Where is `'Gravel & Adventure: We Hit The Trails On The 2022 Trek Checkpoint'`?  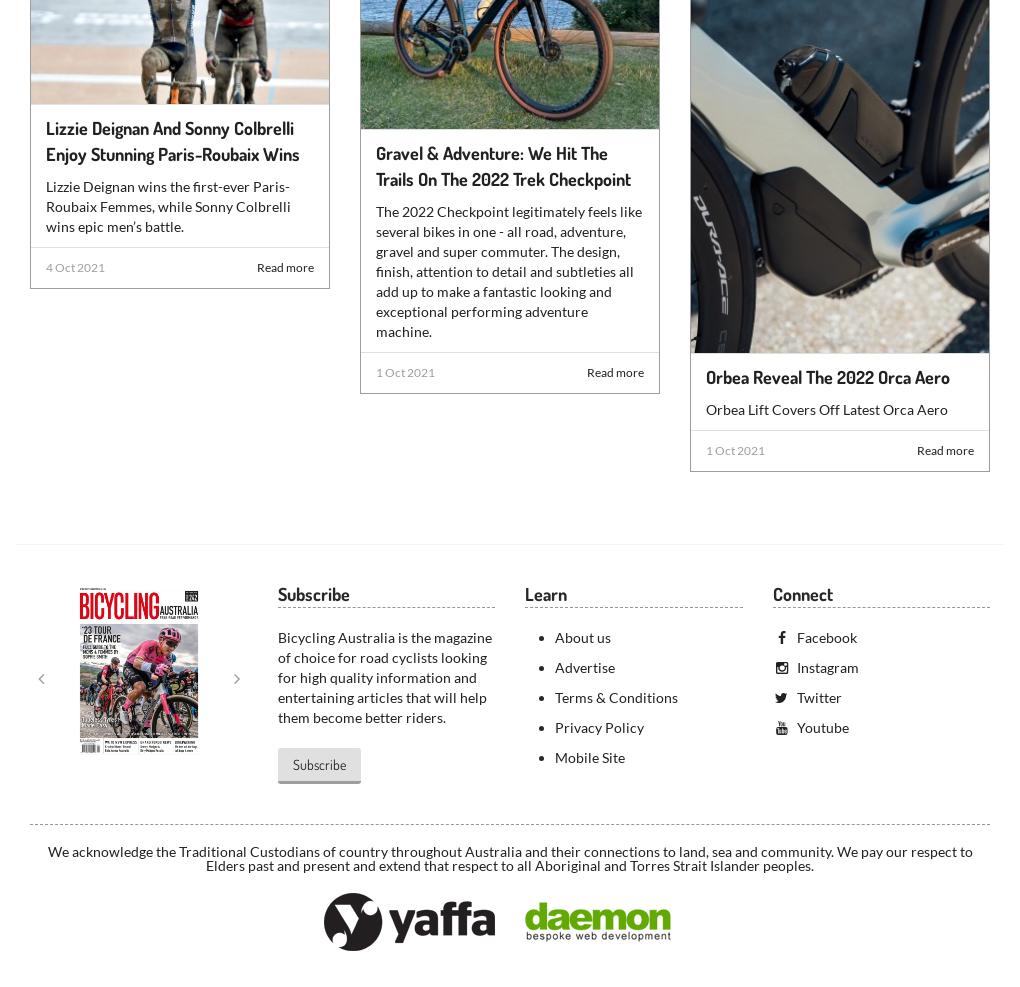 'Gravel & Adventure: We Hit The Trails On The 2022 Trek Checkpoint' is located at coordinates (503, 165).